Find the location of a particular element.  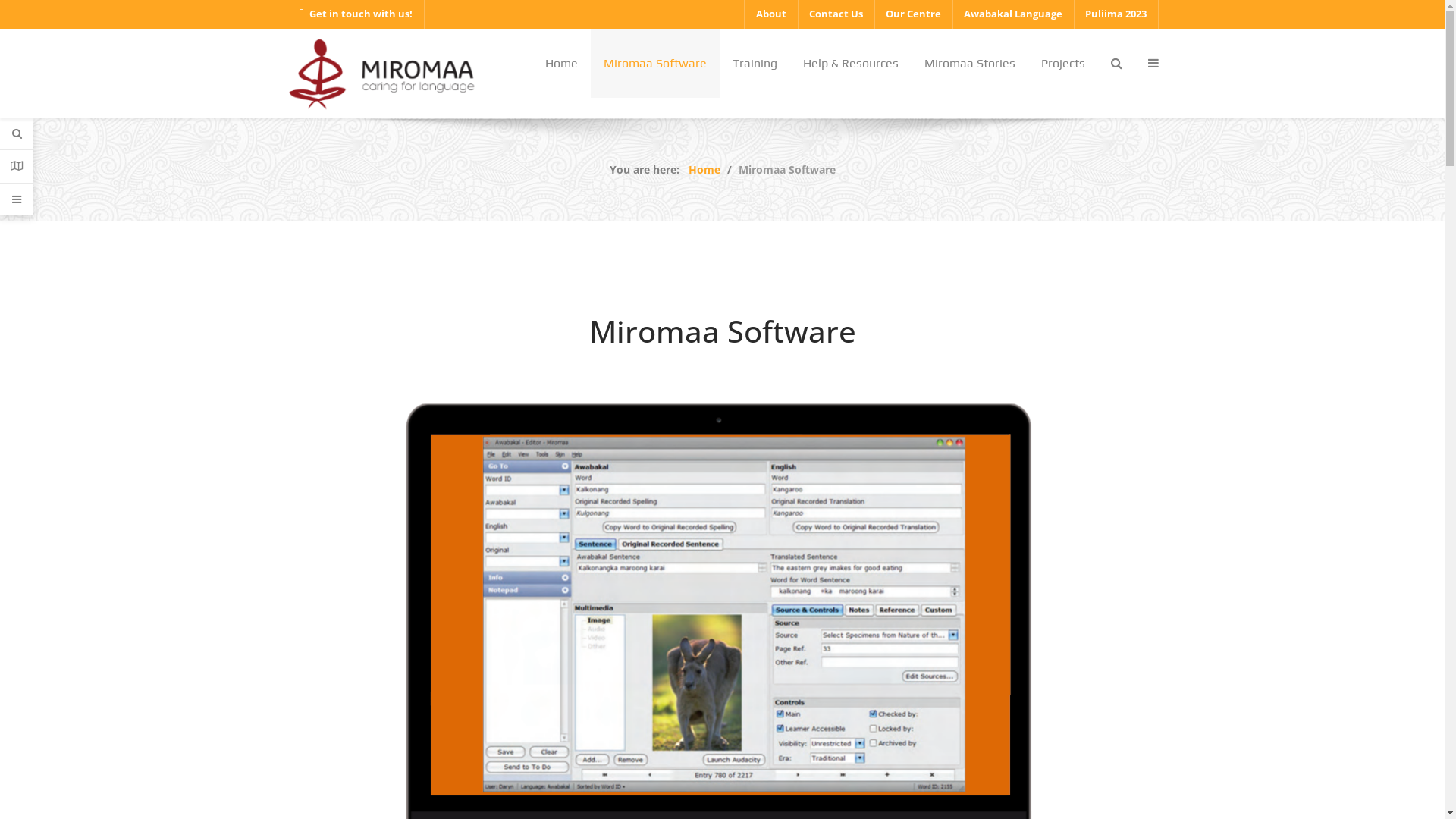

'Miromaa Stories' is located at coordinates (968, 62).